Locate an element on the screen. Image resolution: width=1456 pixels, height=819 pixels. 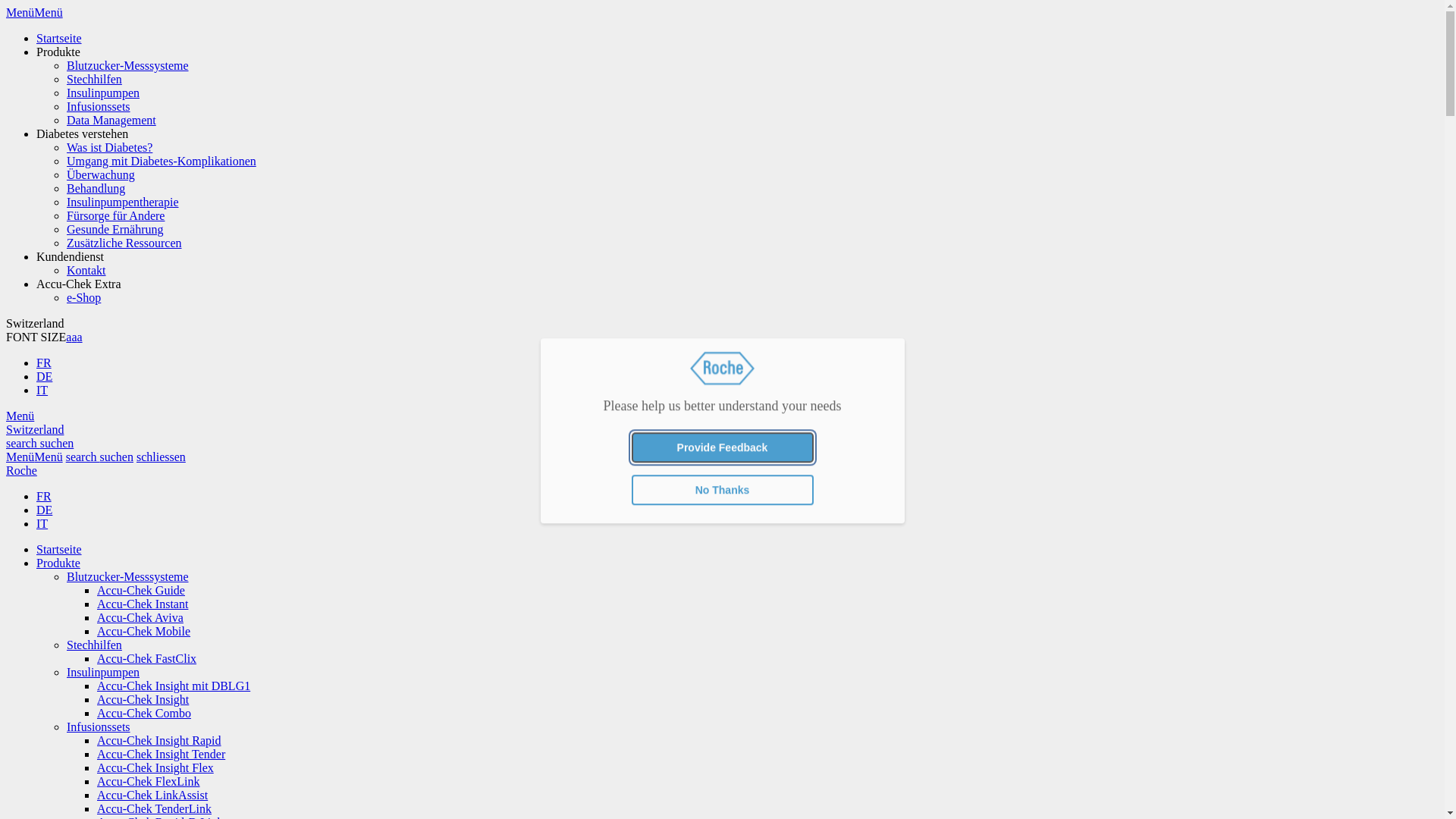
'a' is located at coordinates (73, 336).